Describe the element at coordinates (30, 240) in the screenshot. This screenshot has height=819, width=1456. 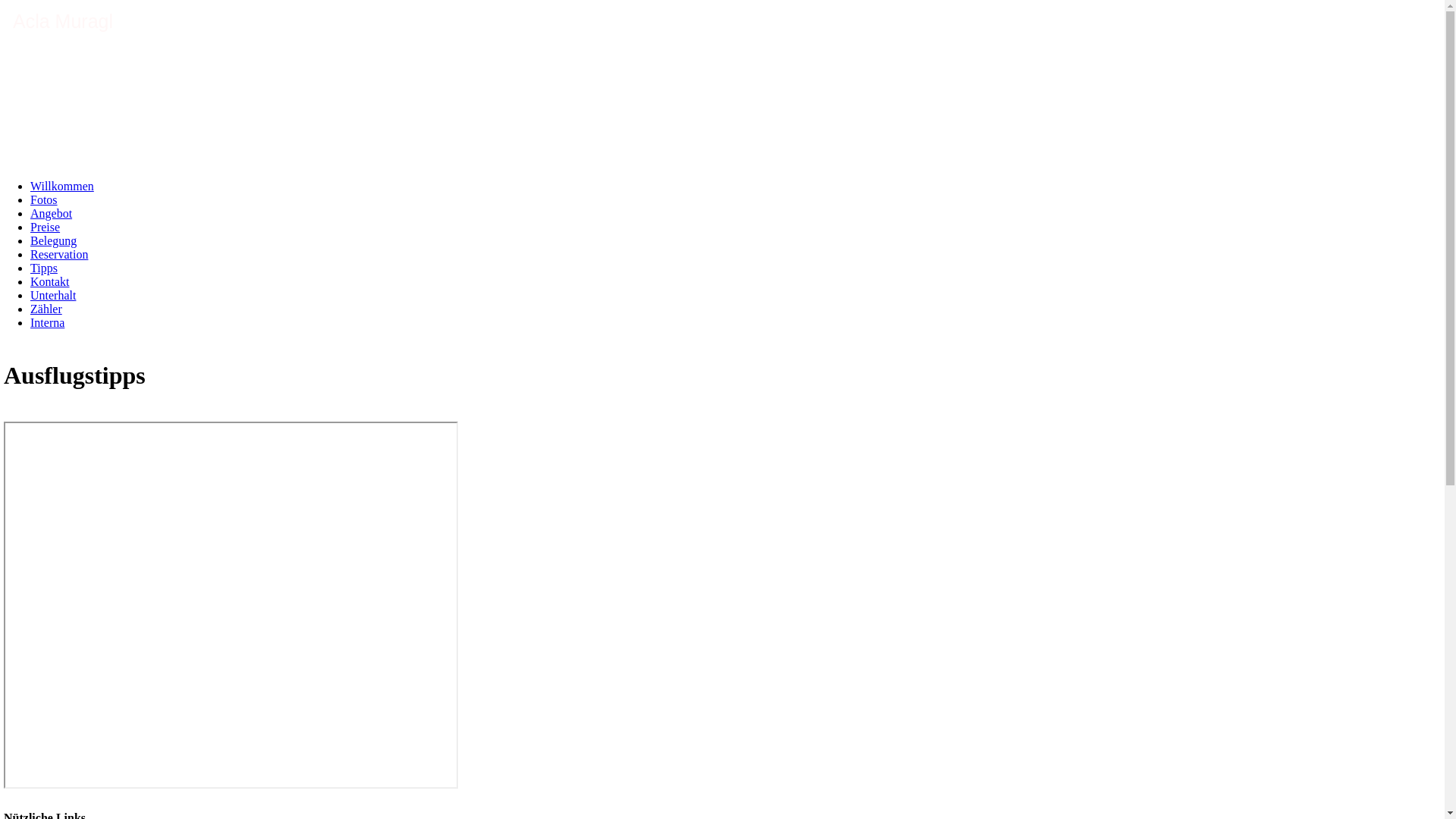
I see `'Belegung'` at that location.